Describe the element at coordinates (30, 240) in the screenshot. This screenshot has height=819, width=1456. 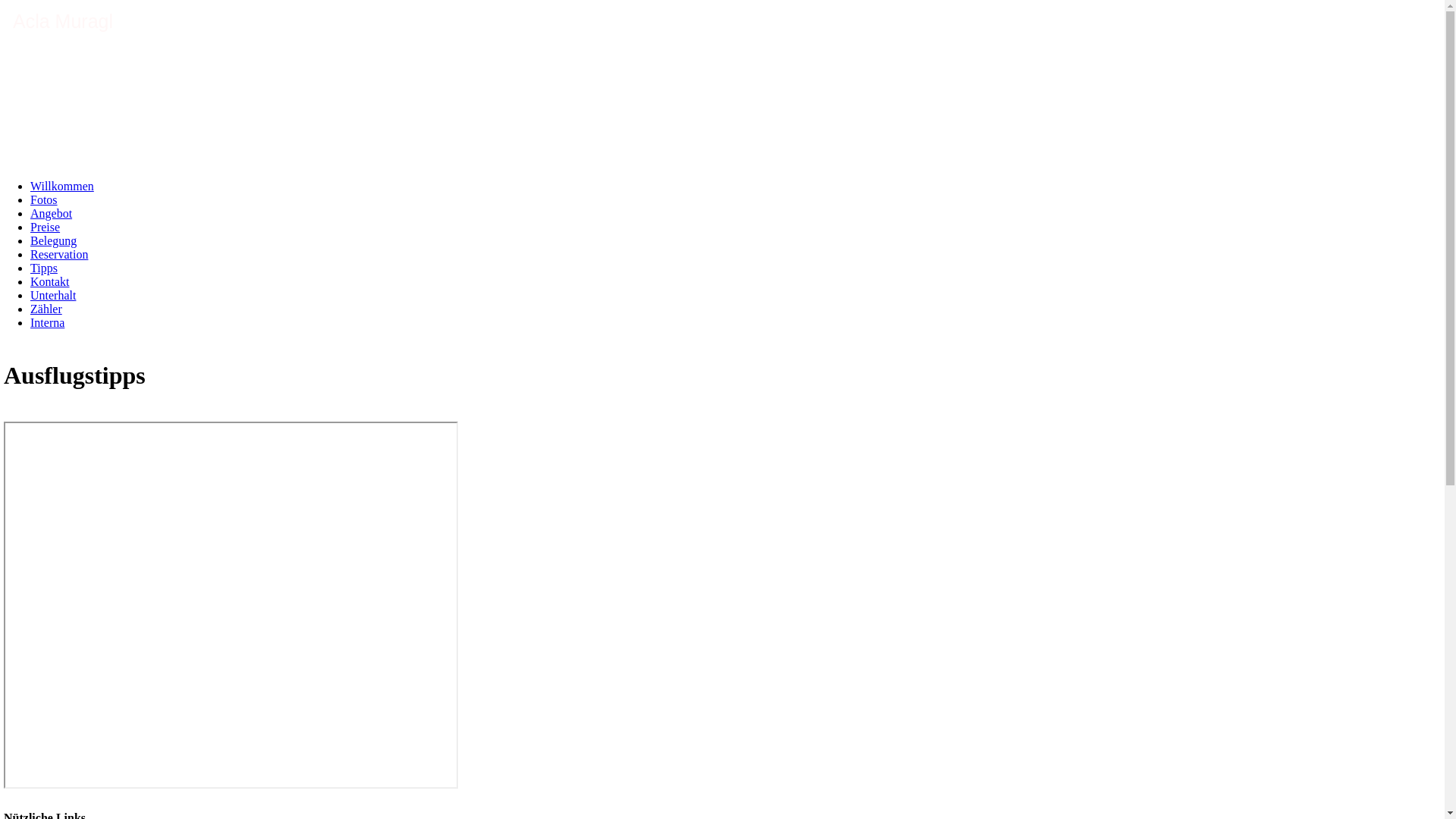
I see `'Belegung'` at that location.